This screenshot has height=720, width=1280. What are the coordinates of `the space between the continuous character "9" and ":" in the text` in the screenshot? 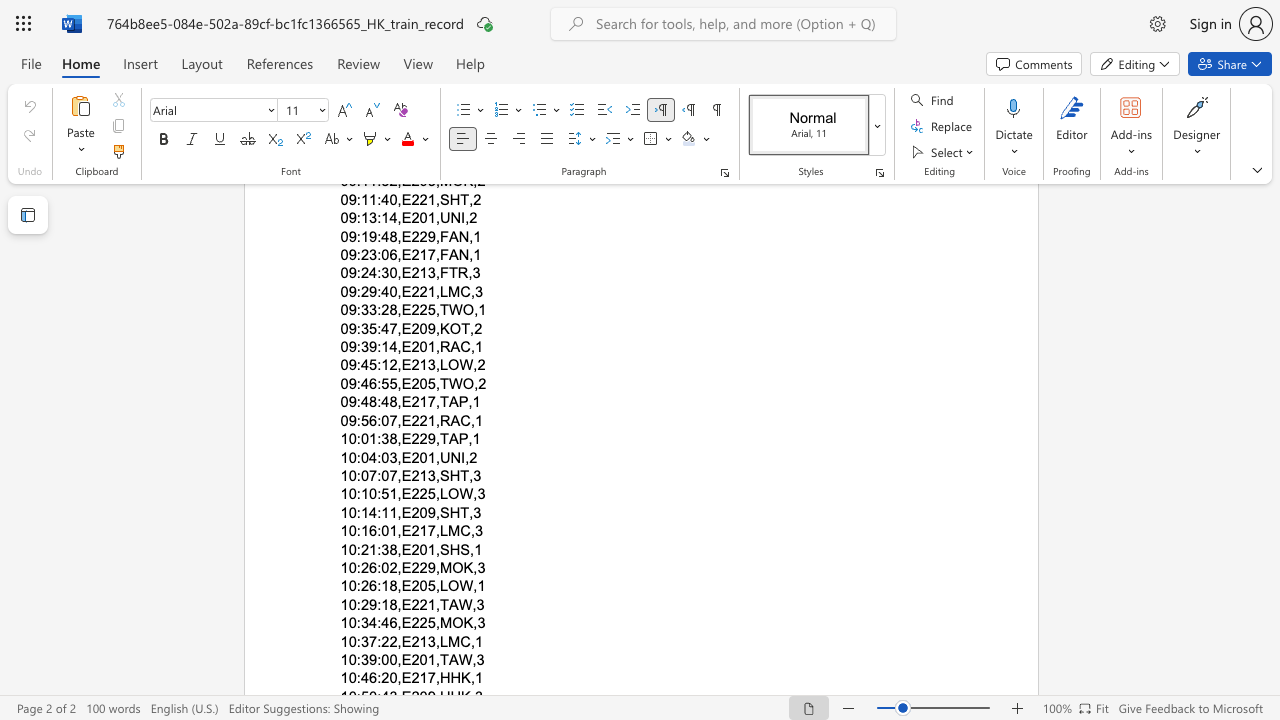 It's located at (376, 659).